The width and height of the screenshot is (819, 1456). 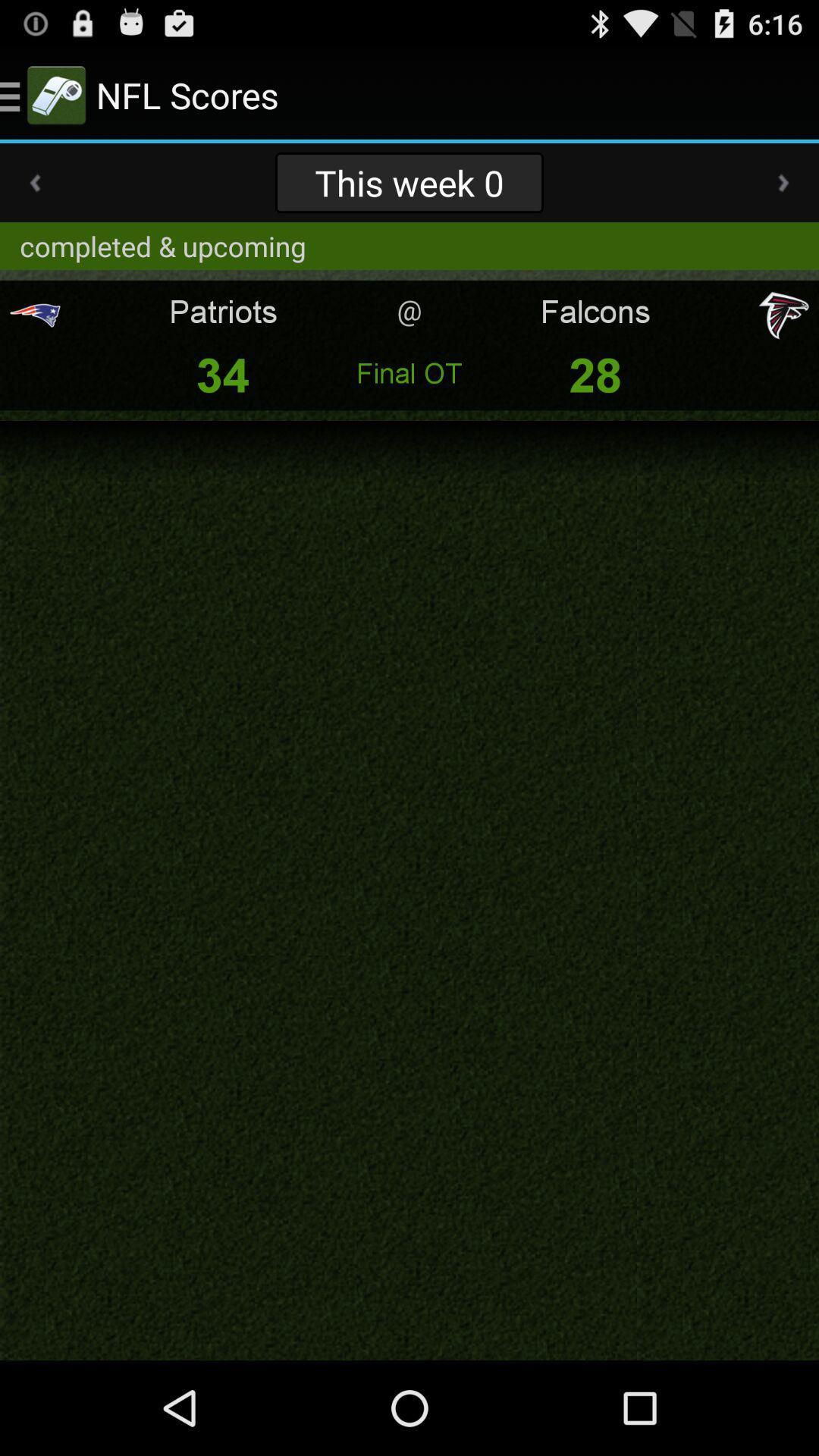 I want to click on the arrow_forward icon, so click(x=783, y=195).